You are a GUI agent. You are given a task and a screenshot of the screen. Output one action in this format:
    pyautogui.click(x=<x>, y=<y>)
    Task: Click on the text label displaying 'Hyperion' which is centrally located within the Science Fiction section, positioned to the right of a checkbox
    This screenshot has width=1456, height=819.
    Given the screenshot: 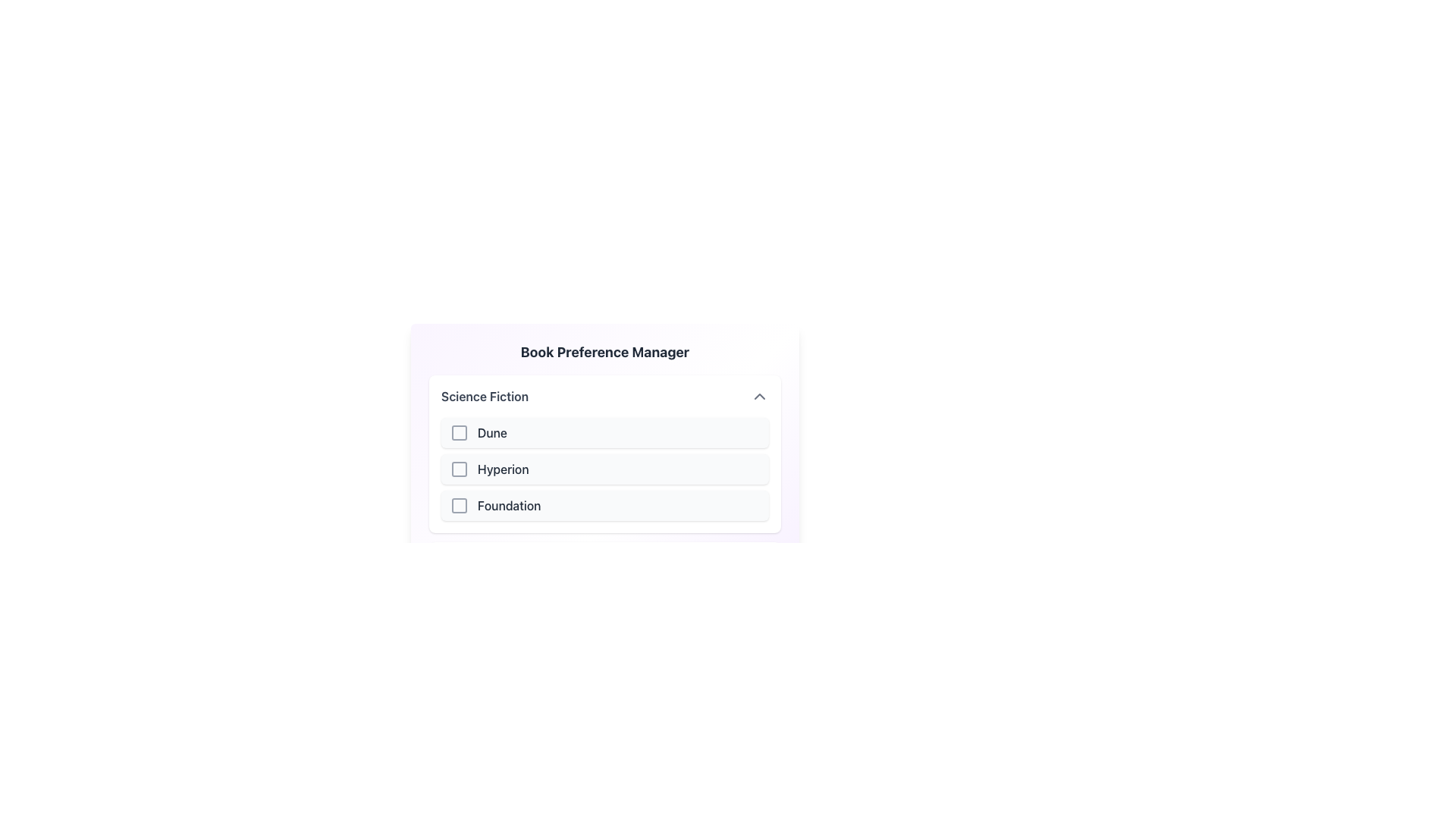 What is the action you would take?
    pyautogui.click(x=503, y=468)
    